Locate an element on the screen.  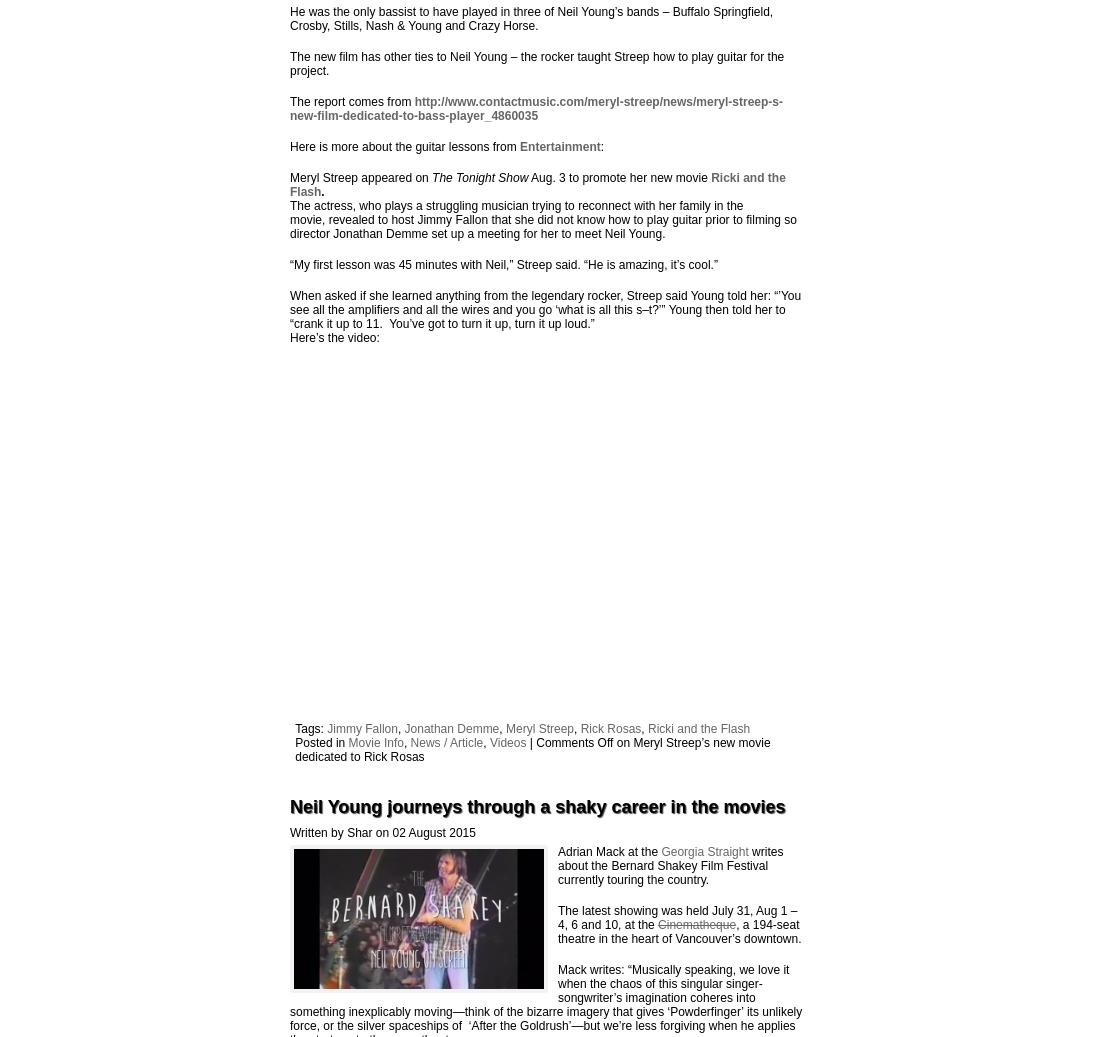
'He was the only bassist to have played in three of Neil Young’s bands – Buffalo Springfield, Crosby, Stills, Nash & Young and Crazy Horse.' is located at coordinates (531, 17).